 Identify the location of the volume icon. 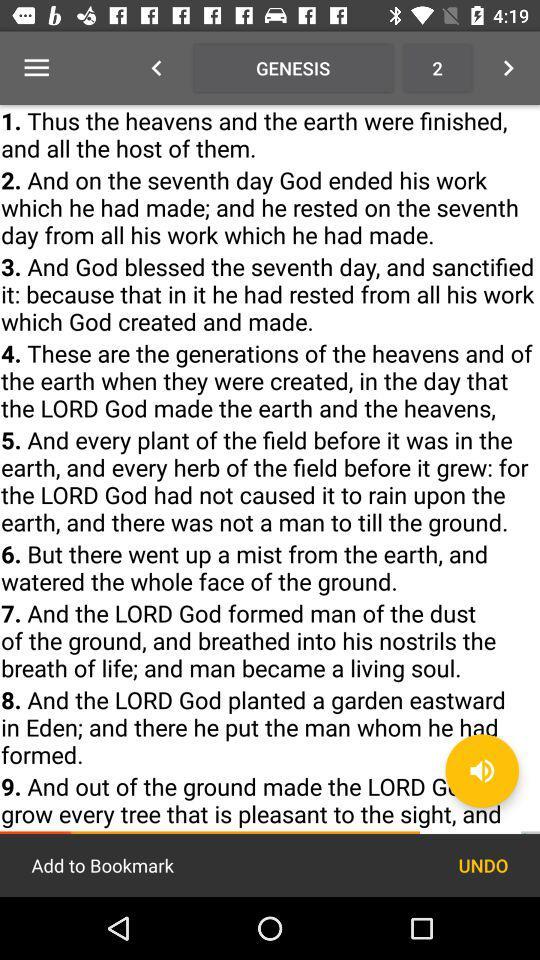
(481, 769).